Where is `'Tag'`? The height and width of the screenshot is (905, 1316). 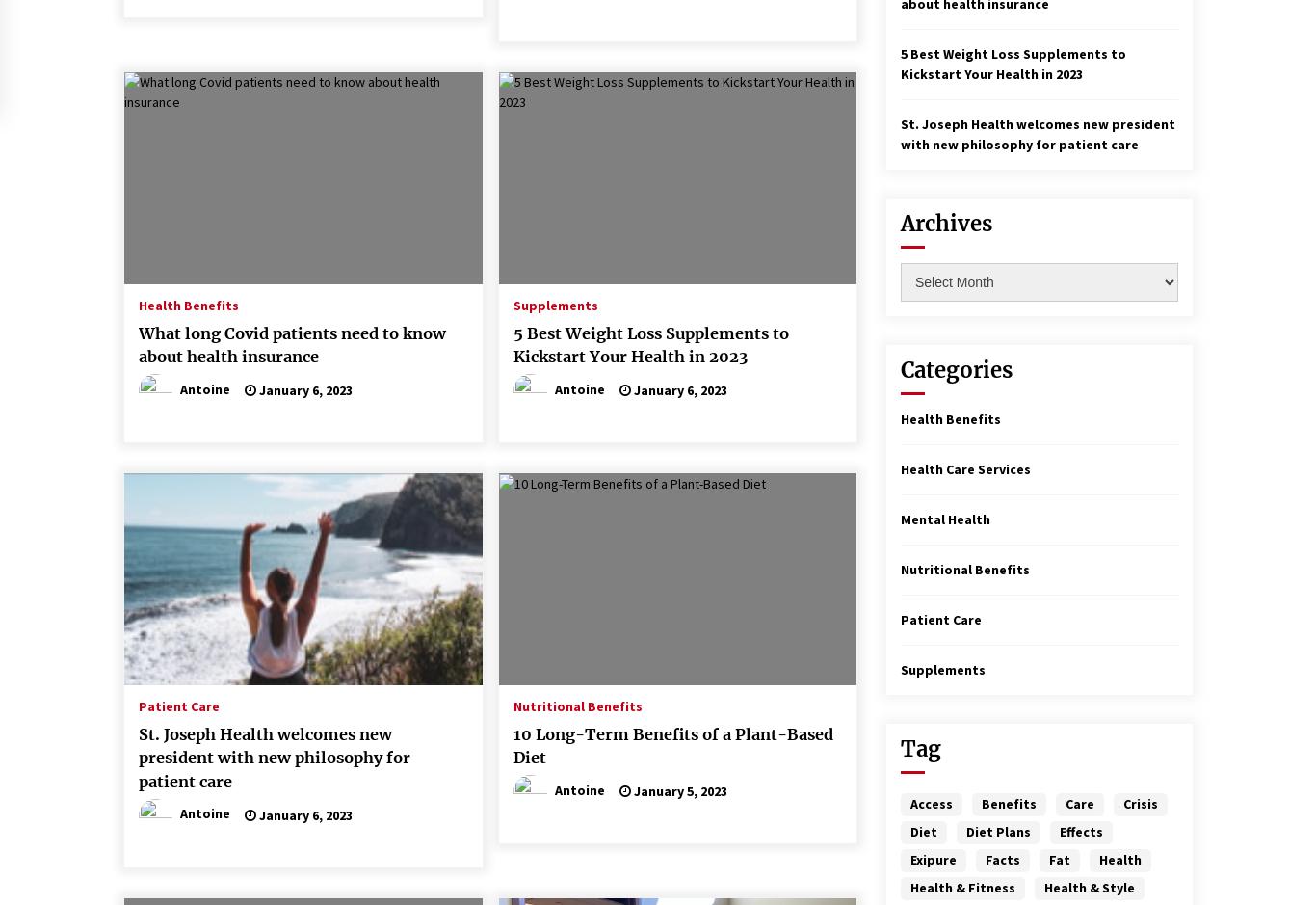
'Tag' is located at coordinates (921, 748).